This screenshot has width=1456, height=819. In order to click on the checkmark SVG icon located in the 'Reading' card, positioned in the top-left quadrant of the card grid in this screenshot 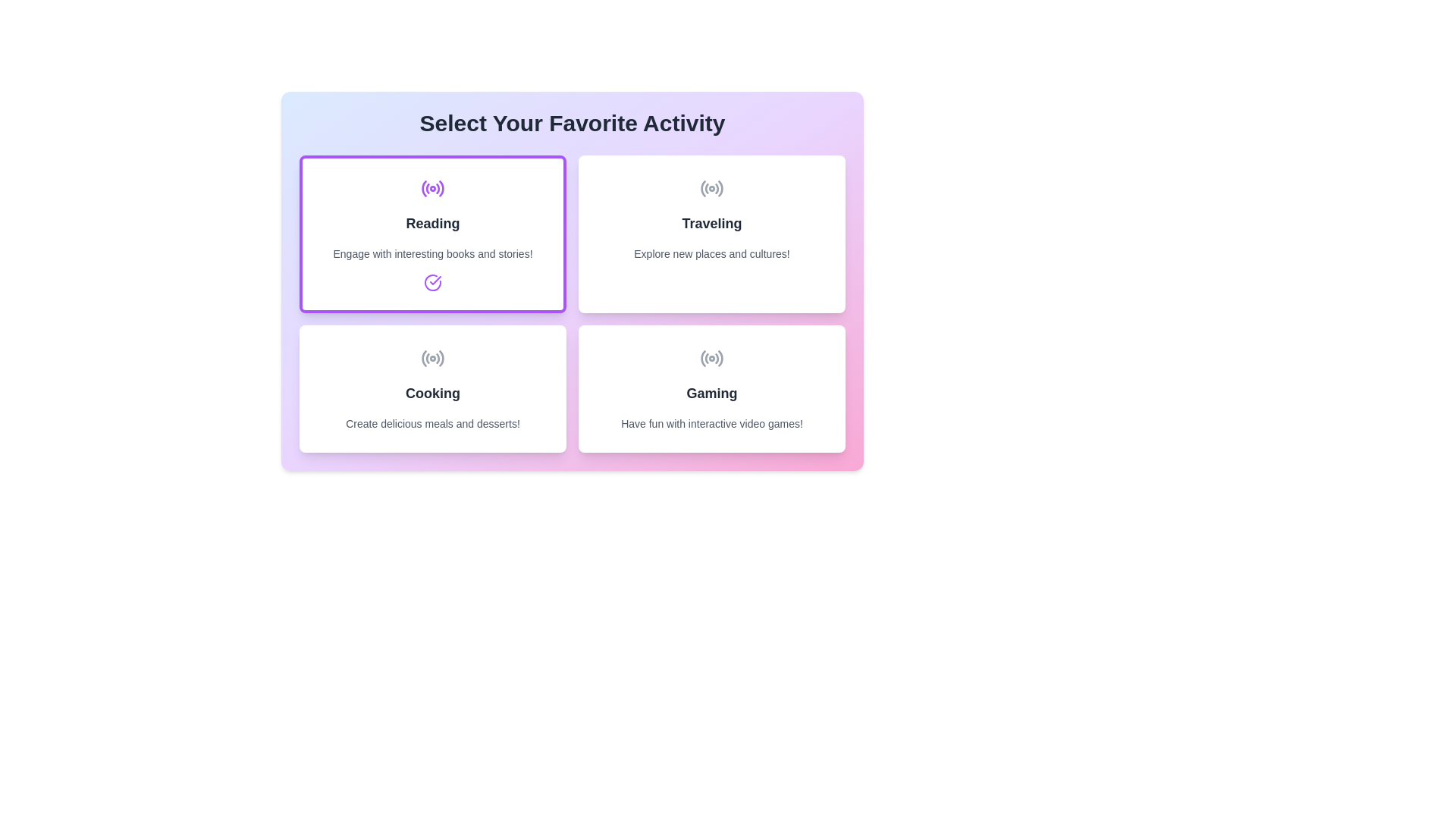, I will do `click(435, 281)`.